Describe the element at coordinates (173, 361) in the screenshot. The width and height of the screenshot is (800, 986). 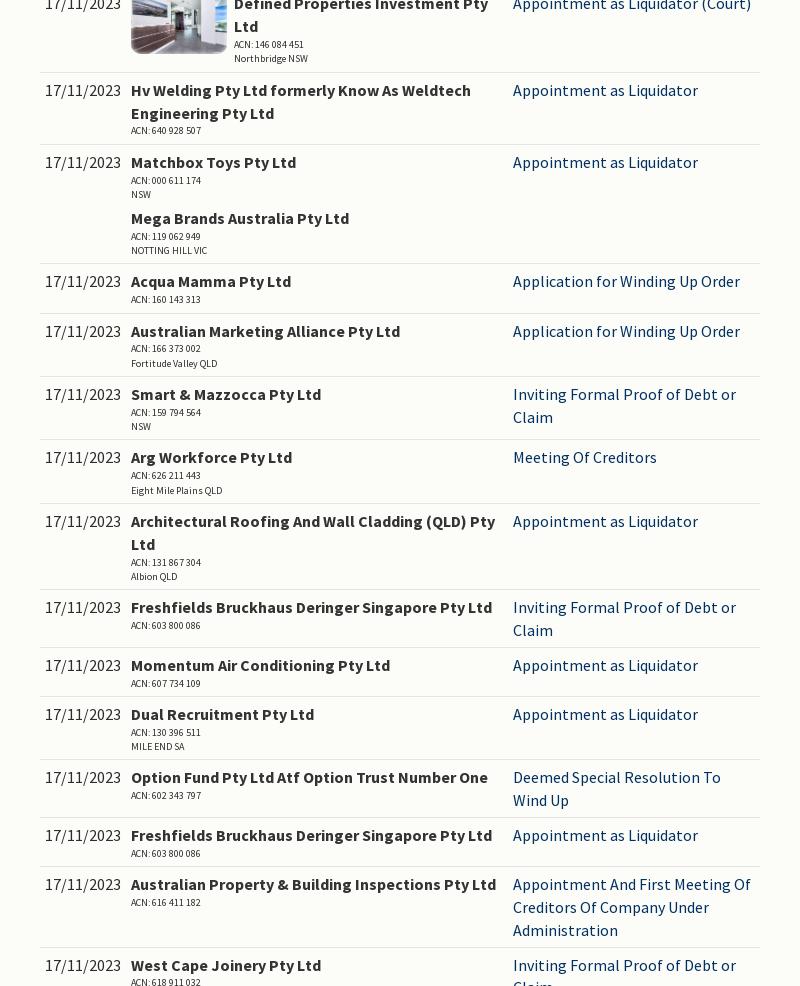
I see `'Fortitude Valley QLD'` at that location.